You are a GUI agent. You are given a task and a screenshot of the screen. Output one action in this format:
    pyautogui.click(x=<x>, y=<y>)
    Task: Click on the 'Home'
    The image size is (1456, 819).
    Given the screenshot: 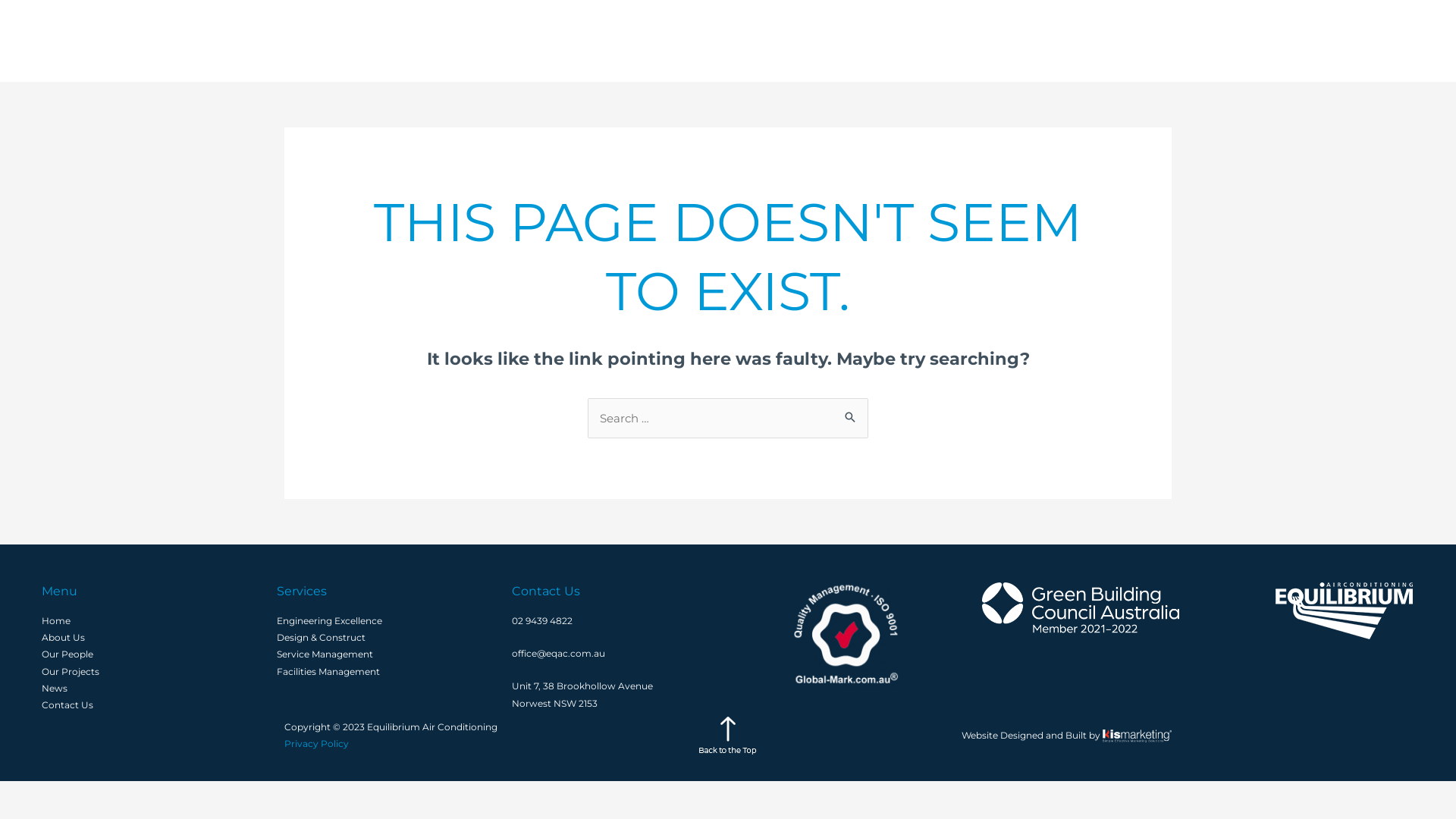 What is the action you would take?
    pyautogui.click(x=886, y=40)
    